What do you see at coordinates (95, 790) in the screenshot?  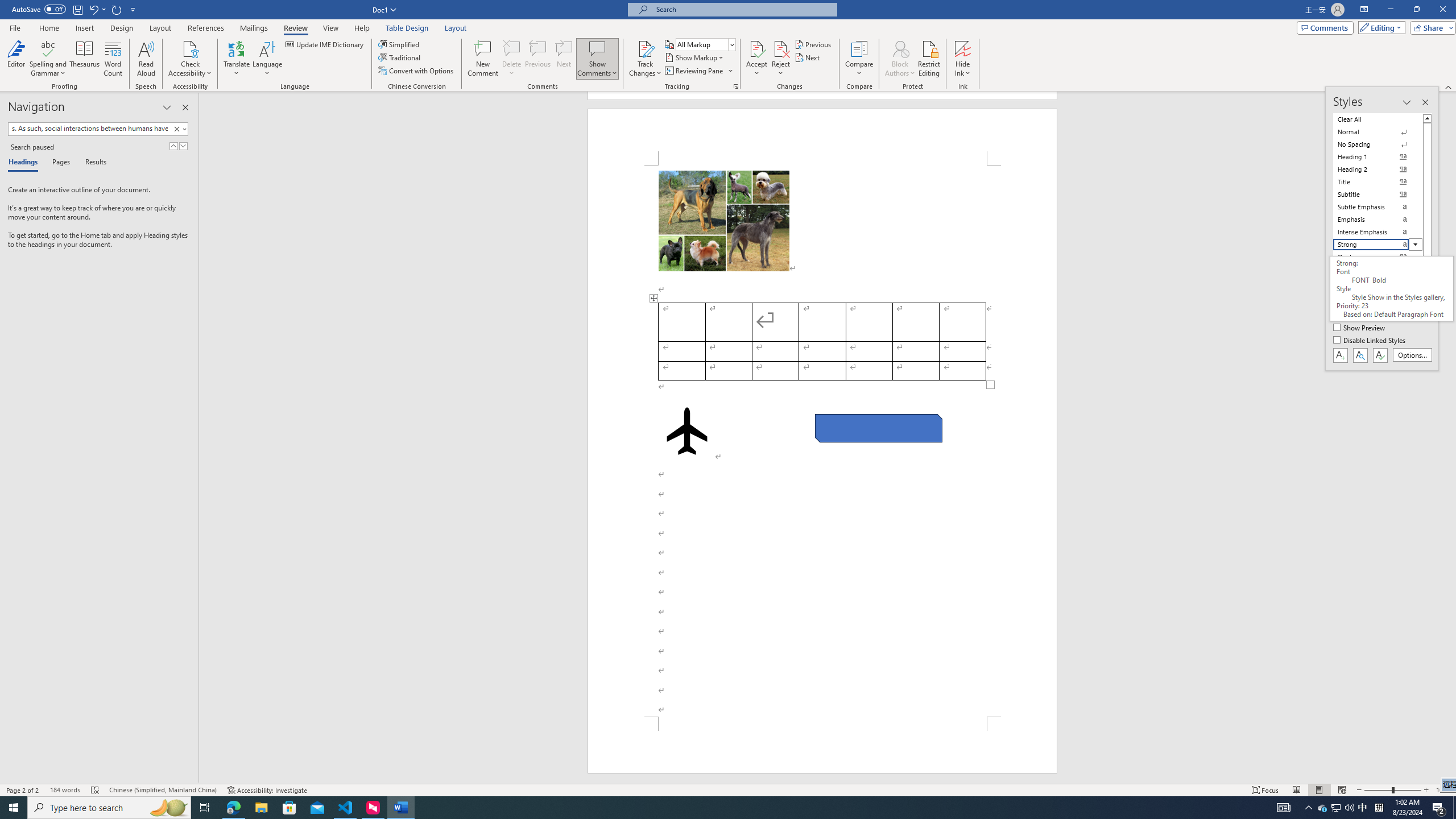 I see `'Spelling and Grammar Check Errors'` at bounding box center [95, 790].